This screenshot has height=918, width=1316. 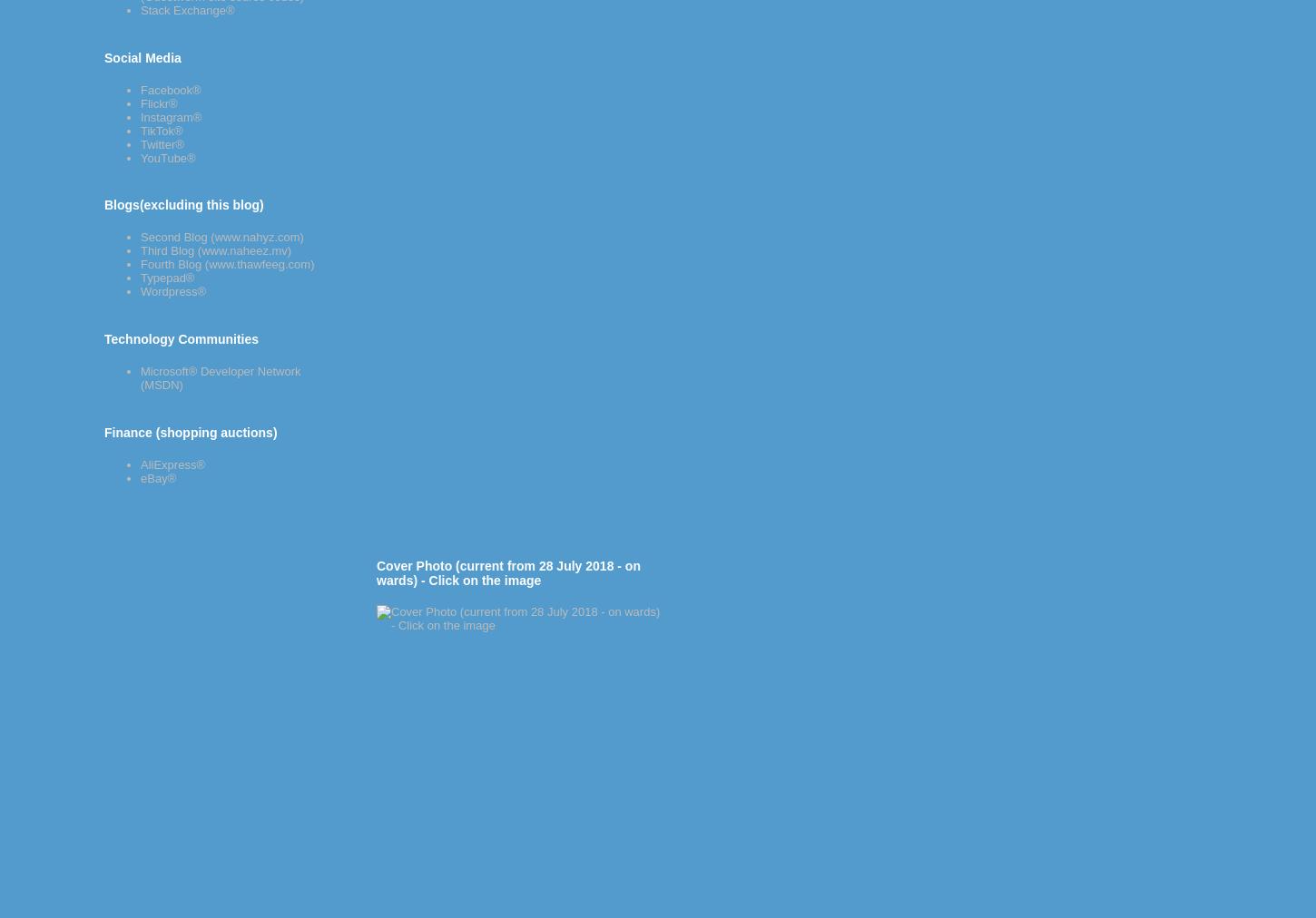 I want to click on 'Twitter®', so click(x=161, y=143).